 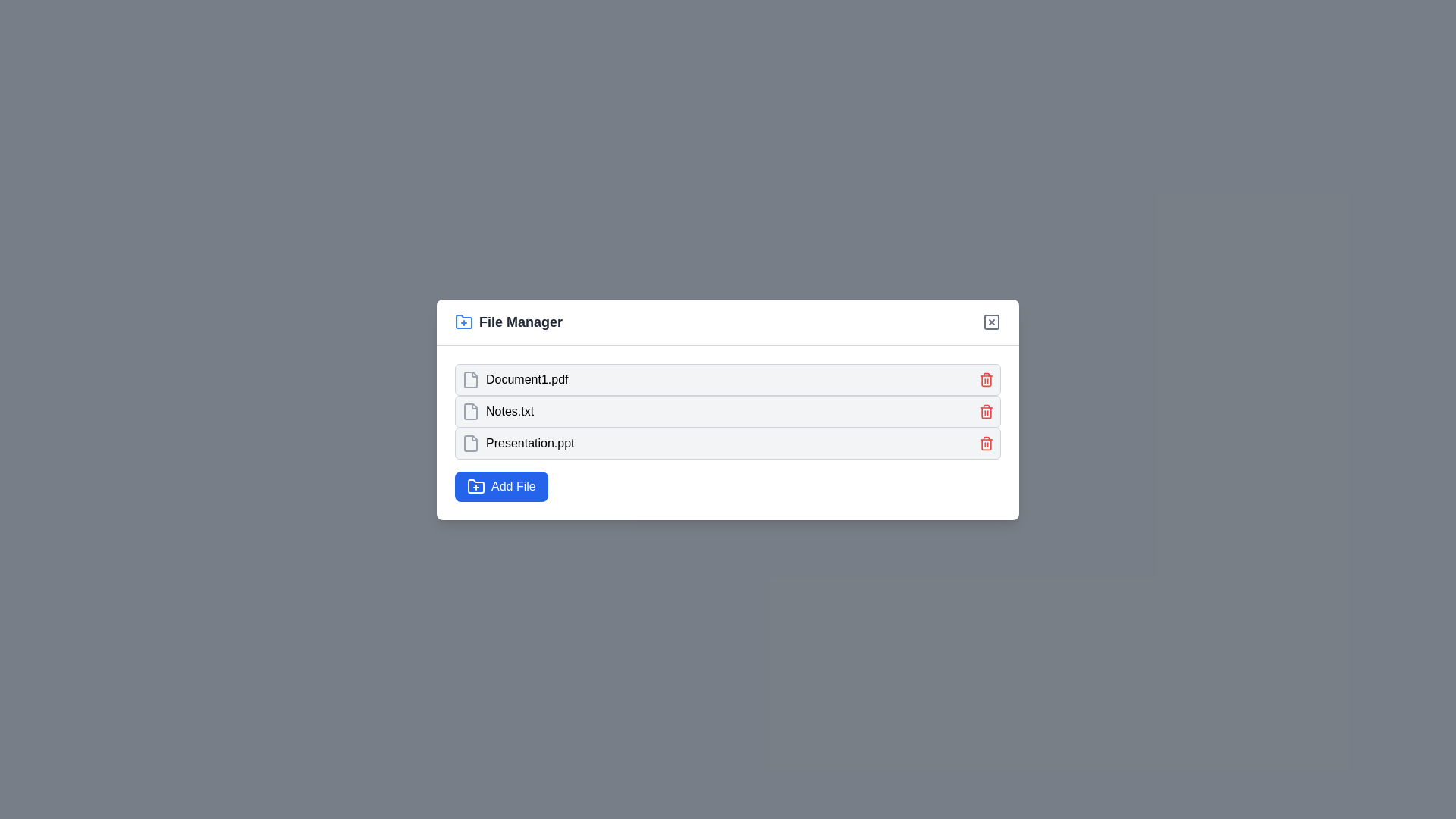 What do you see at coordinates (728, 411) in the screenshot?
I see `the file entry representing 'Notes.txt' in the file listing within the File Manager` at bounding box center [728, 411].